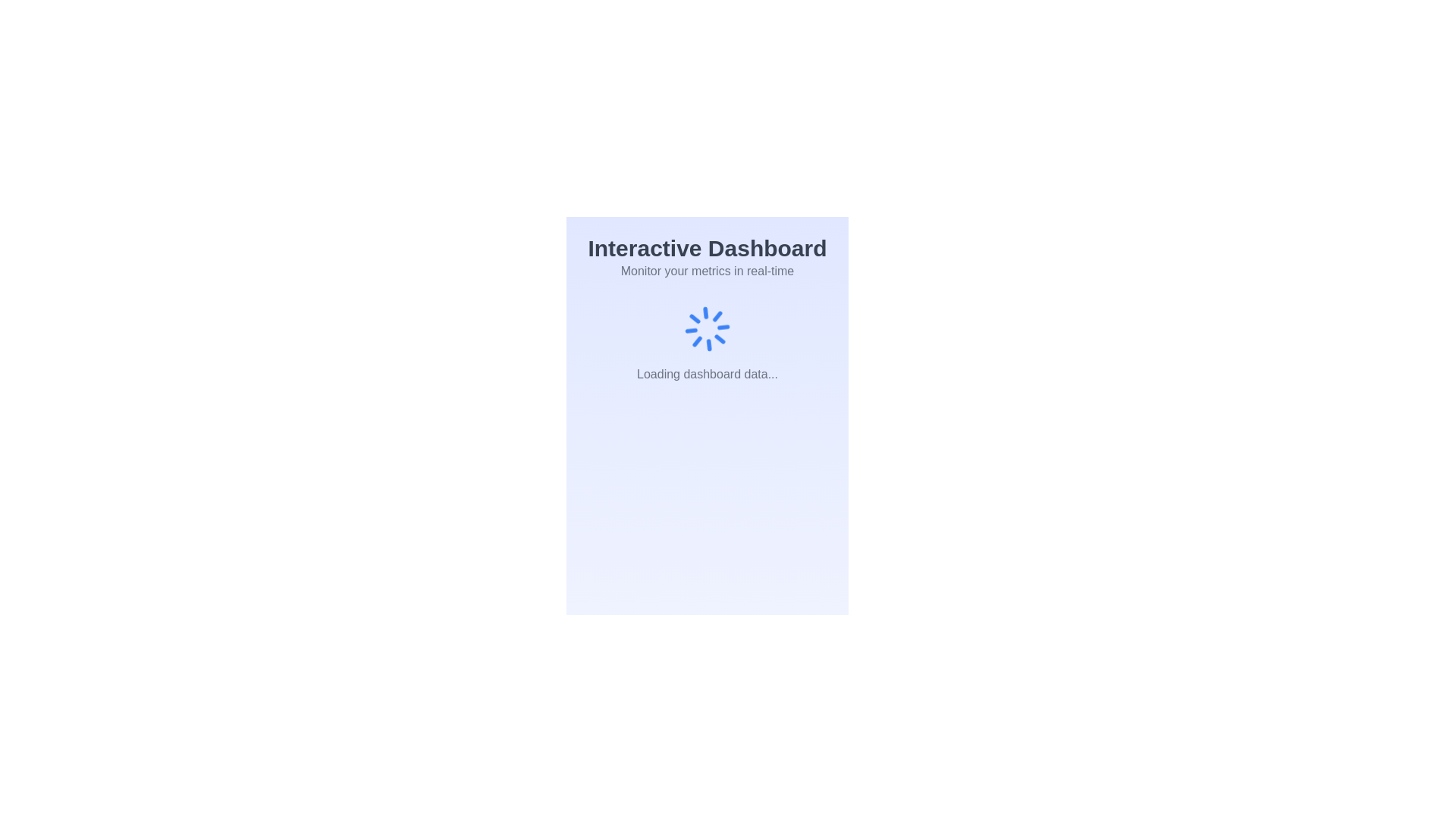  I want to click on the static text label that indicates the dashboard data is currently being loaded, located at the center bottom of the viewport beneath the spinning loader, so click(706, 374).